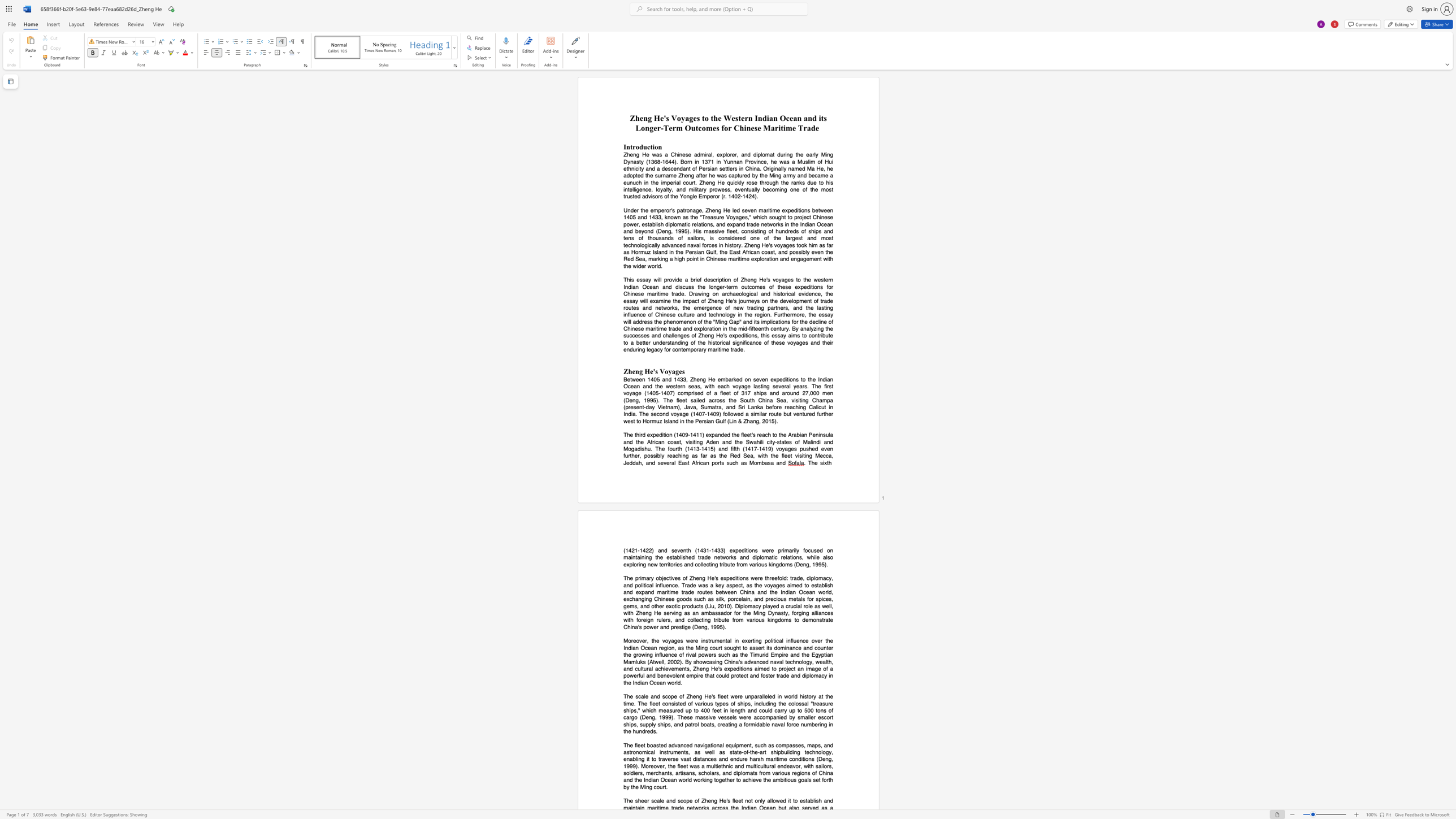 The width and height of the screenshot is (1456, 819). Describe the element at coordinates (668, 371) in the screenshot. I see `the subset text "ya" within the text "Zheng He"` at that location.